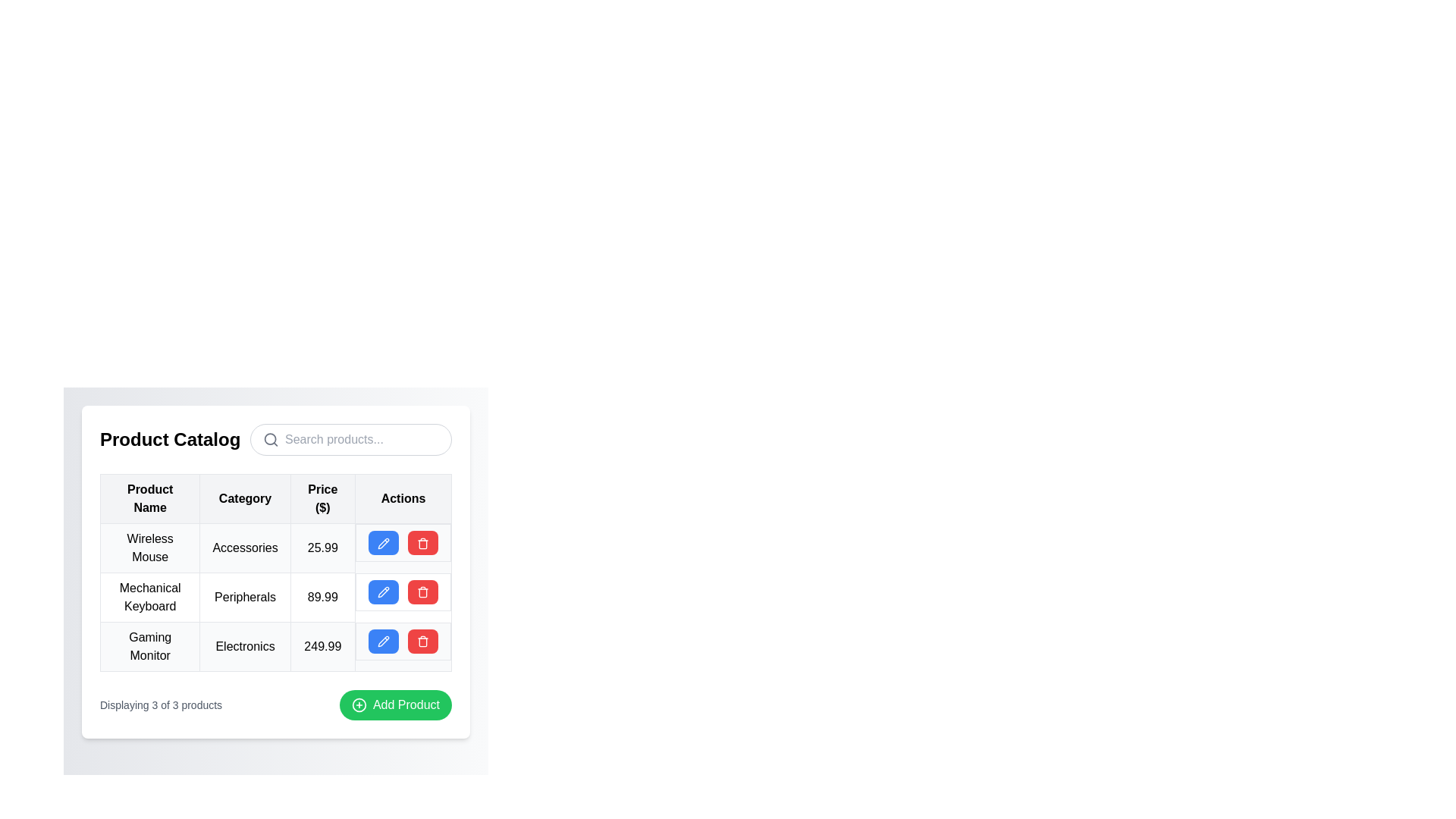  I want to click on properties of the trash can icon, which is a small outlined icon inside a red button located in the 'Actions' column of the table, specifically the second icon in the actions for the 'Mechanical Keyboard' row, so click(422, 542).